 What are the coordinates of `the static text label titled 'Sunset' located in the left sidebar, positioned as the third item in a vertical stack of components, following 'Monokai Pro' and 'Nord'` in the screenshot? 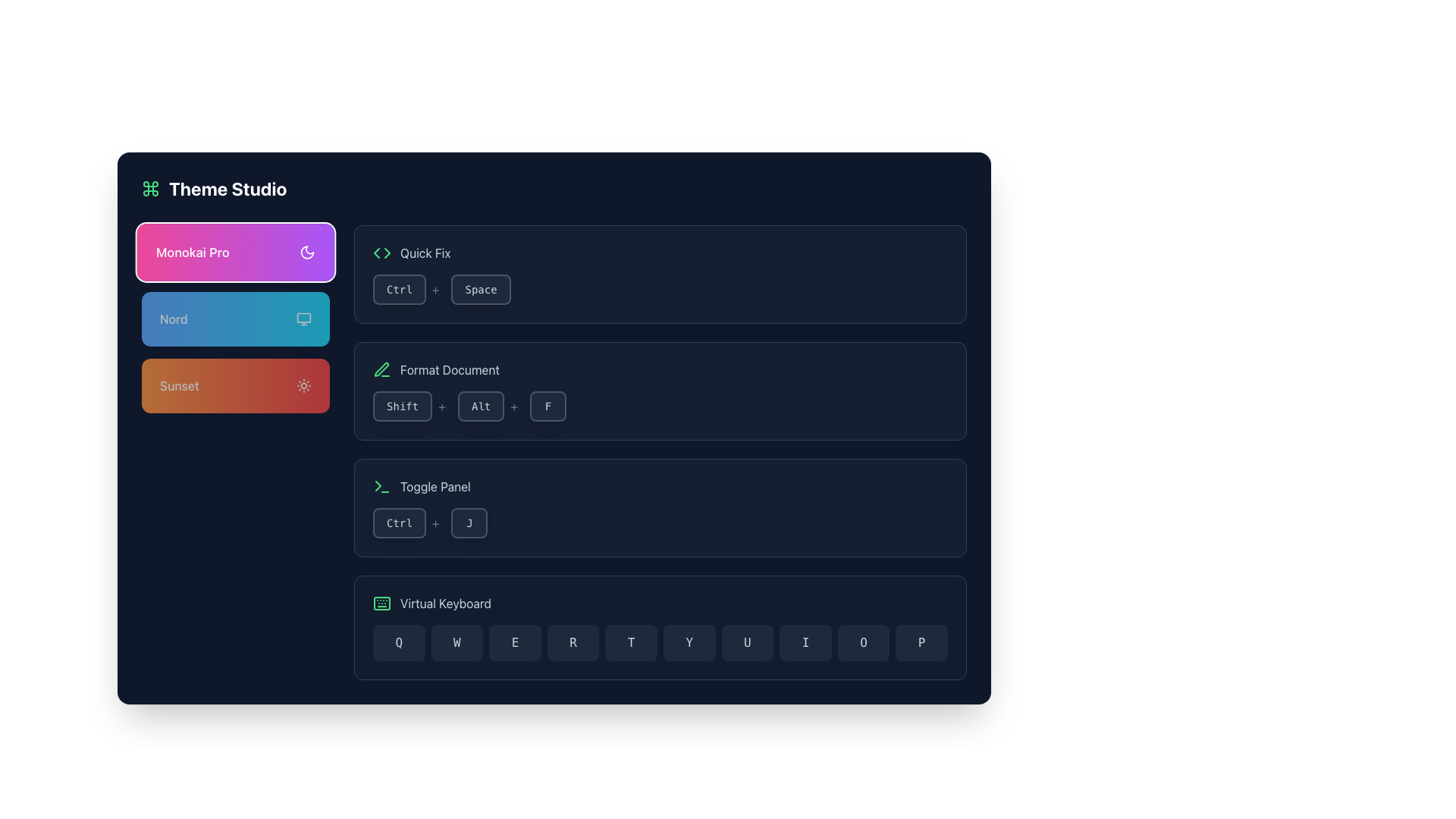 It's located at (179, 385).